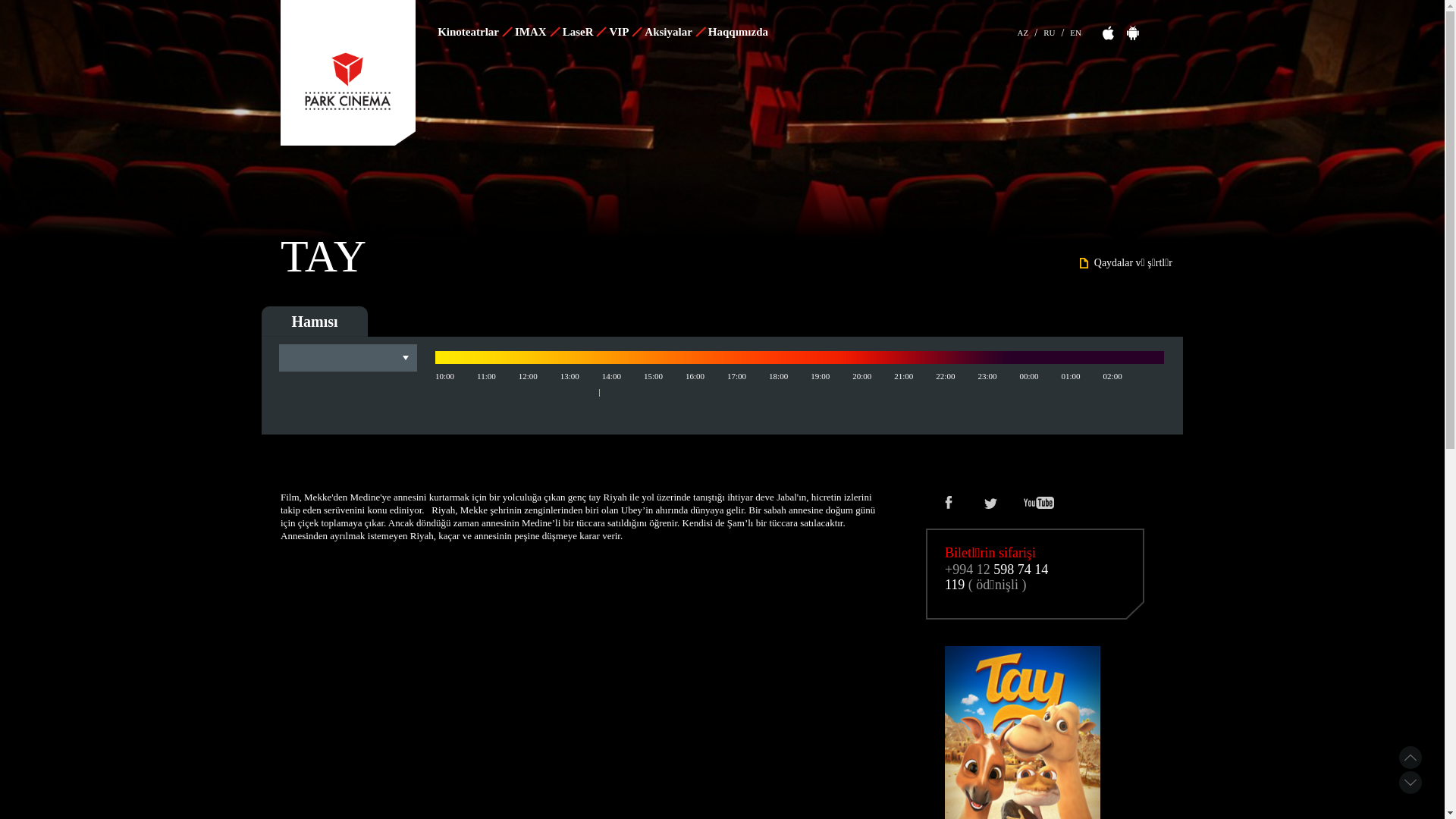  I want to click on 'AZ', so click(1018, 30).